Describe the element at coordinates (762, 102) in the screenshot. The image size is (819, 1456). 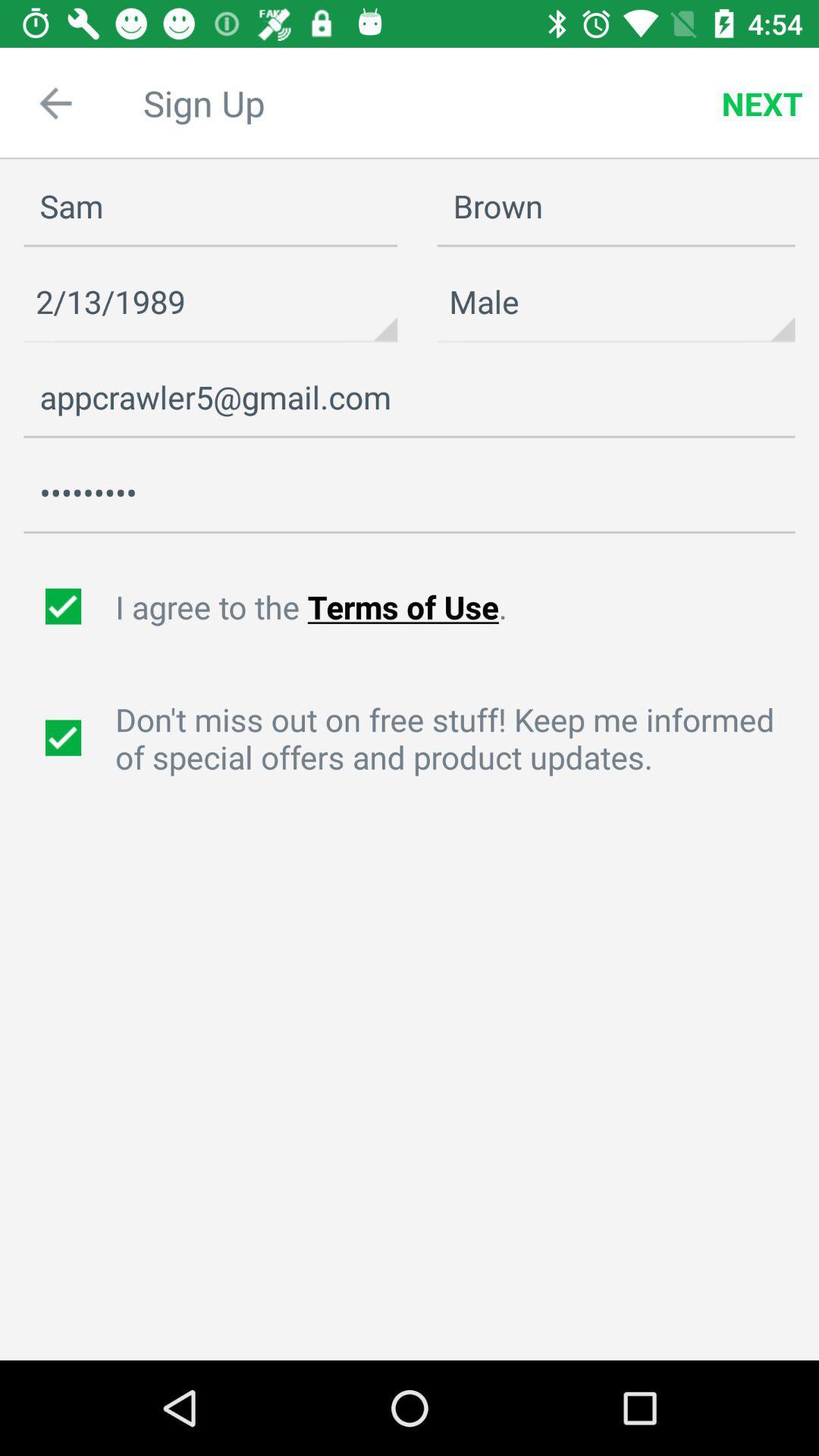
I see `icon next to the sam item` at that location.